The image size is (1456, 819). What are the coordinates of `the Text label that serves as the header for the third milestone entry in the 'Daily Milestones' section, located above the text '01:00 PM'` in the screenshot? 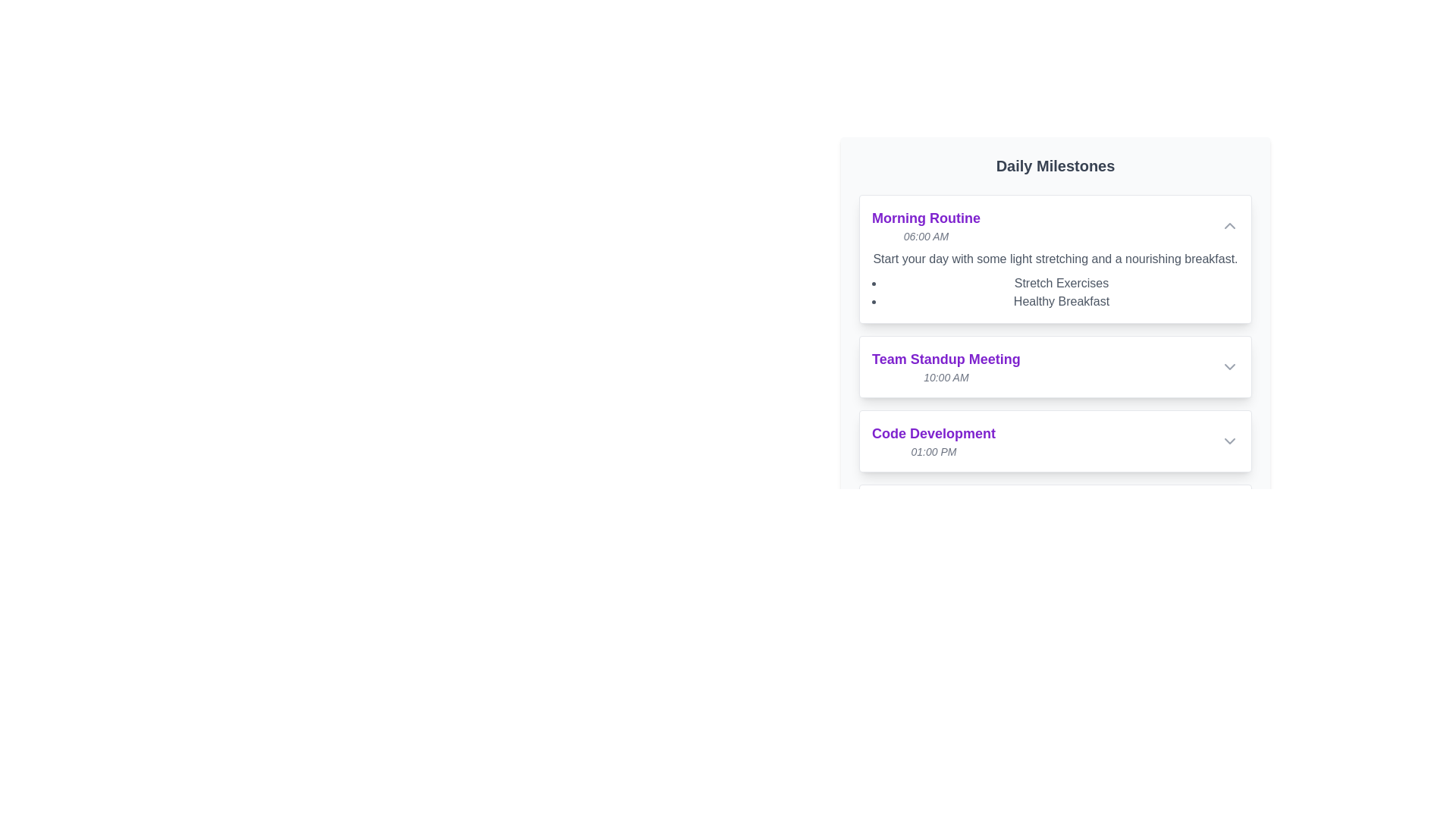 It's located at (933, 433).